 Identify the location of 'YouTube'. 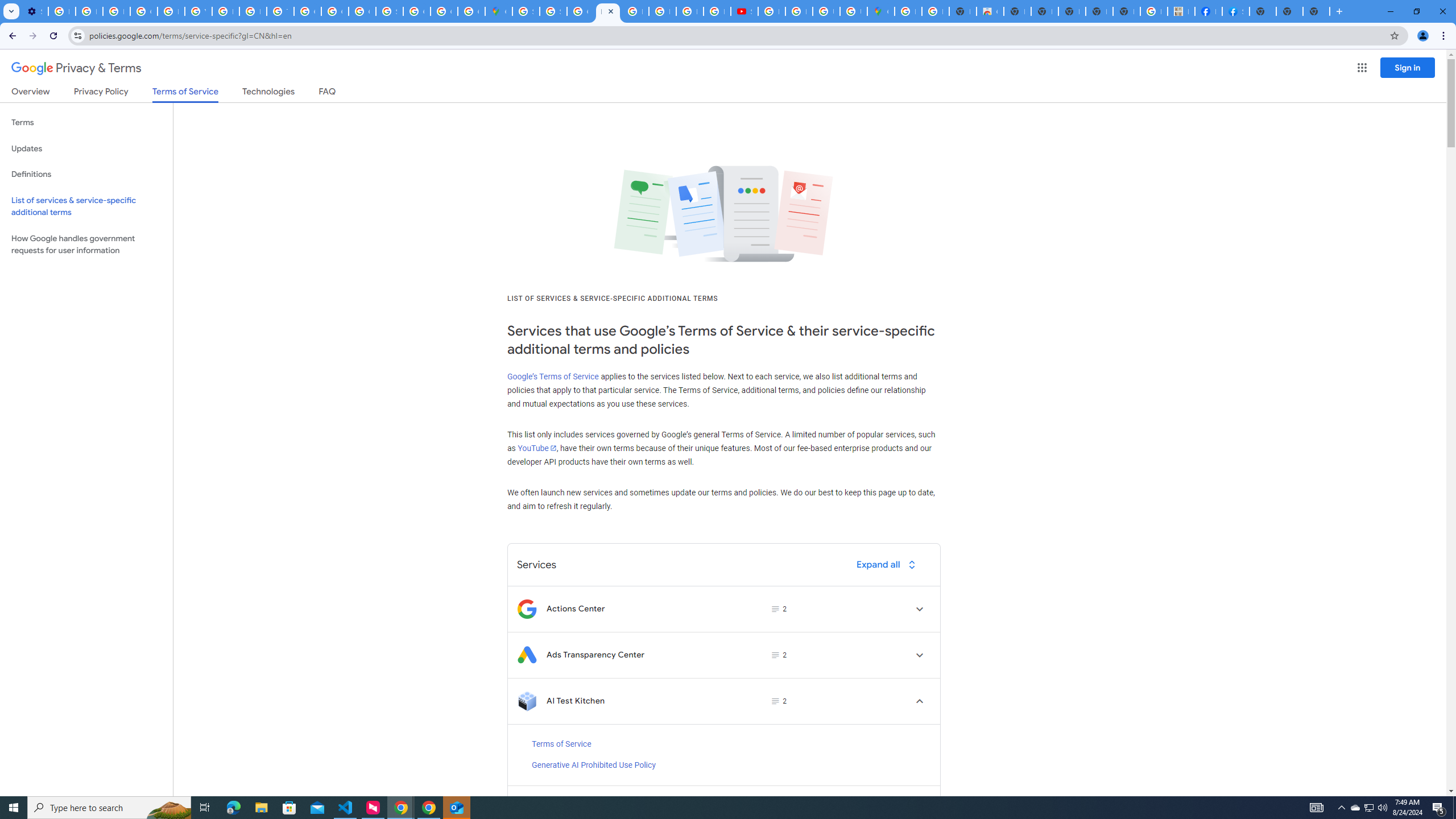
(536, 447).